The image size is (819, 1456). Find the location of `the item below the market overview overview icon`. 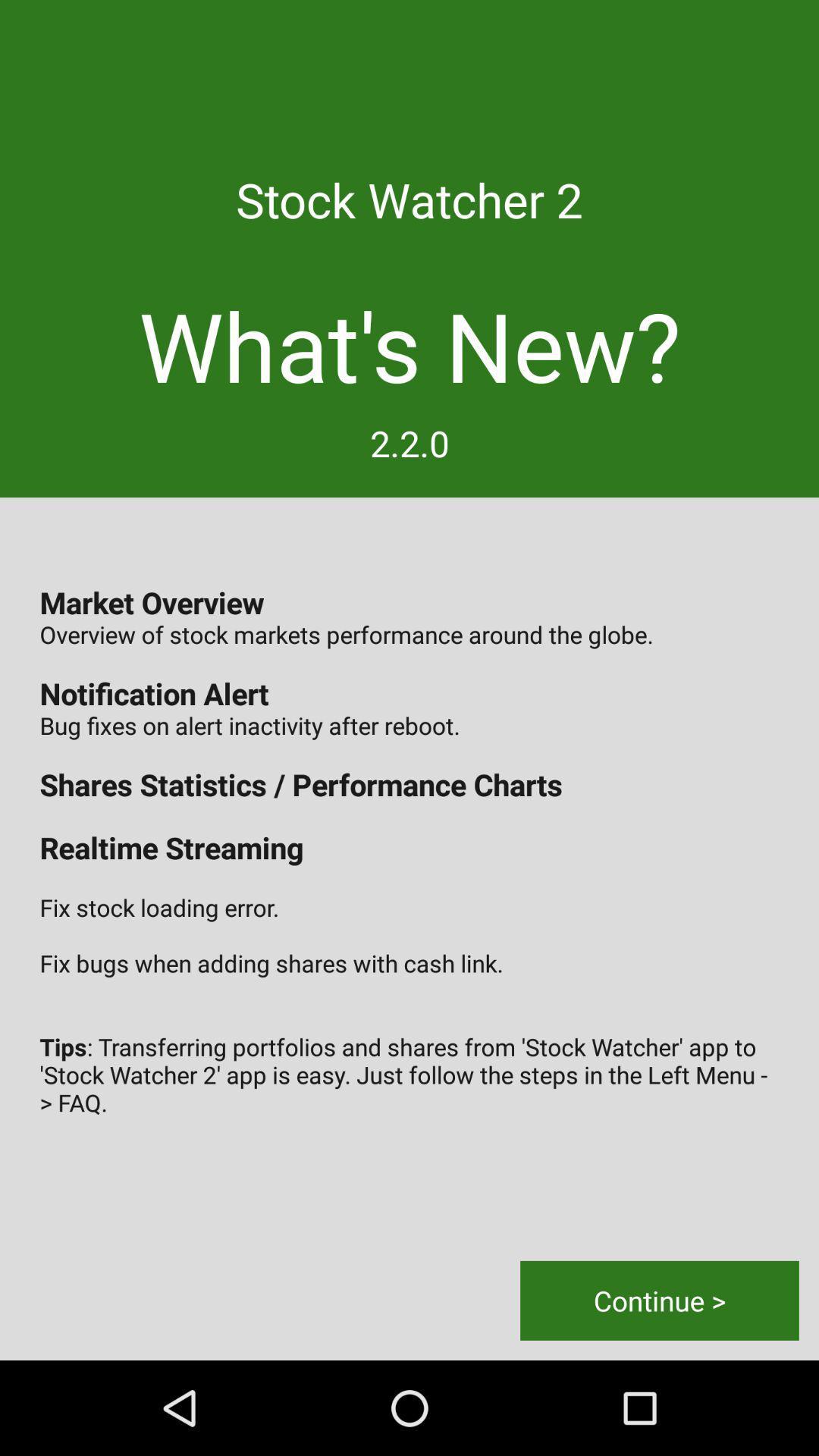

the item below the market overview overview icon is located at coordinates (659, 1300).